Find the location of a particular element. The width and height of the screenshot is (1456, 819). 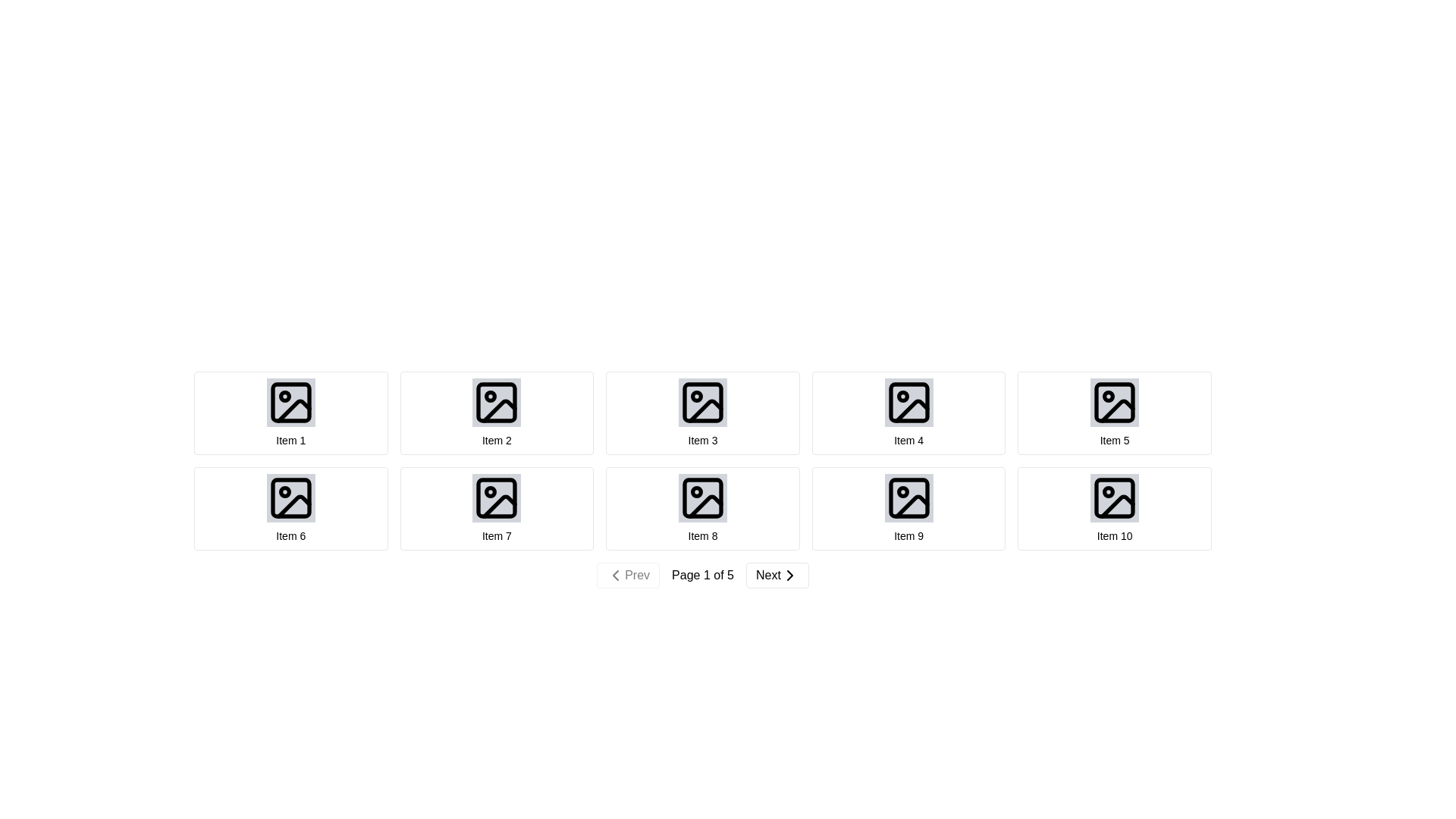

the arrow icon located at the bottom-right corner of the interface is located at coordinates (789, 576).